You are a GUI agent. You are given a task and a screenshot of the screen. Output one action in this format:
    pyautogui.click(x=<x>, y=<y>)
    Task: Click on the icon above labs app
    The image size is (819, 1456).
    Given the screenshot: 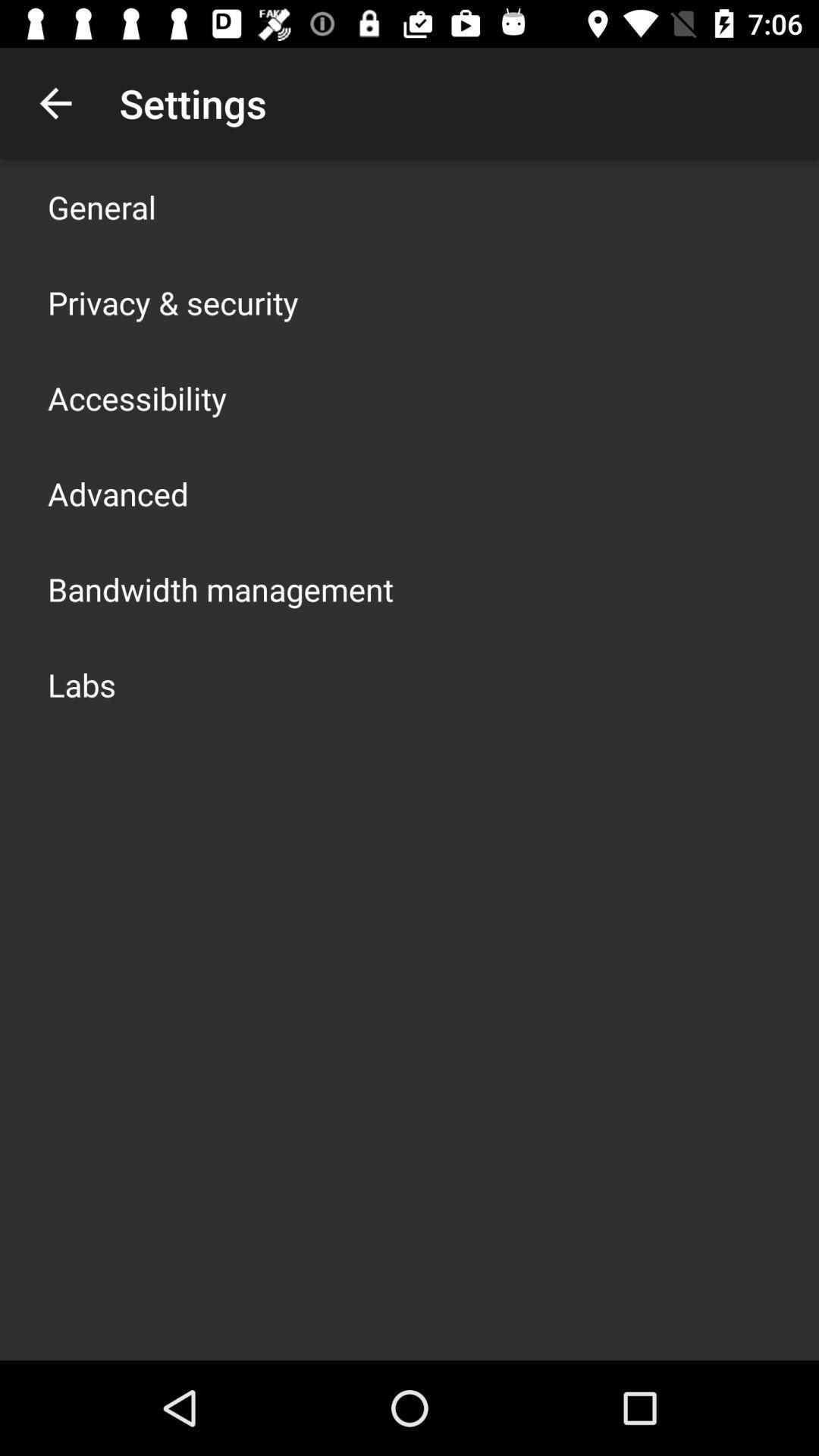 What is the action you would take?
    pyautogui.click(x=220, y=588)
    